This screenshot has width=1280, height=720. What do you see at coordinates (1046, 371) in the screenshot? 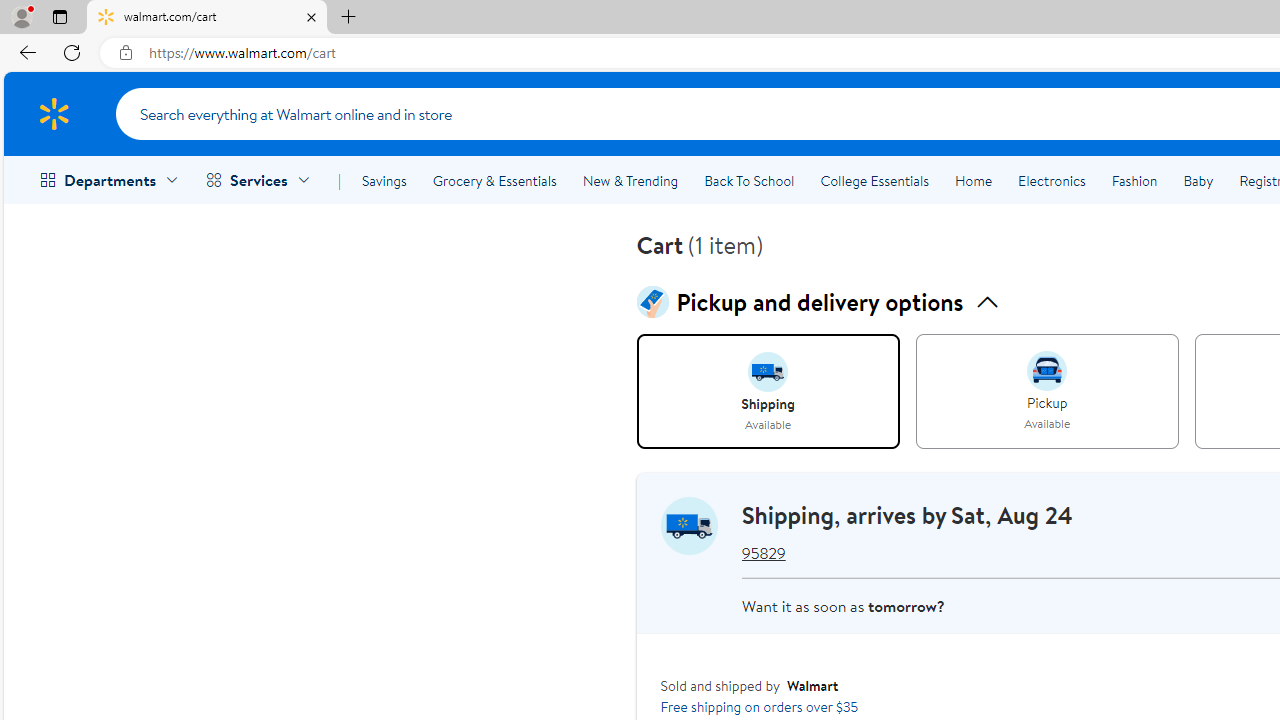
I see `'intent image for pickup'` at bounding box center [1046, 371].